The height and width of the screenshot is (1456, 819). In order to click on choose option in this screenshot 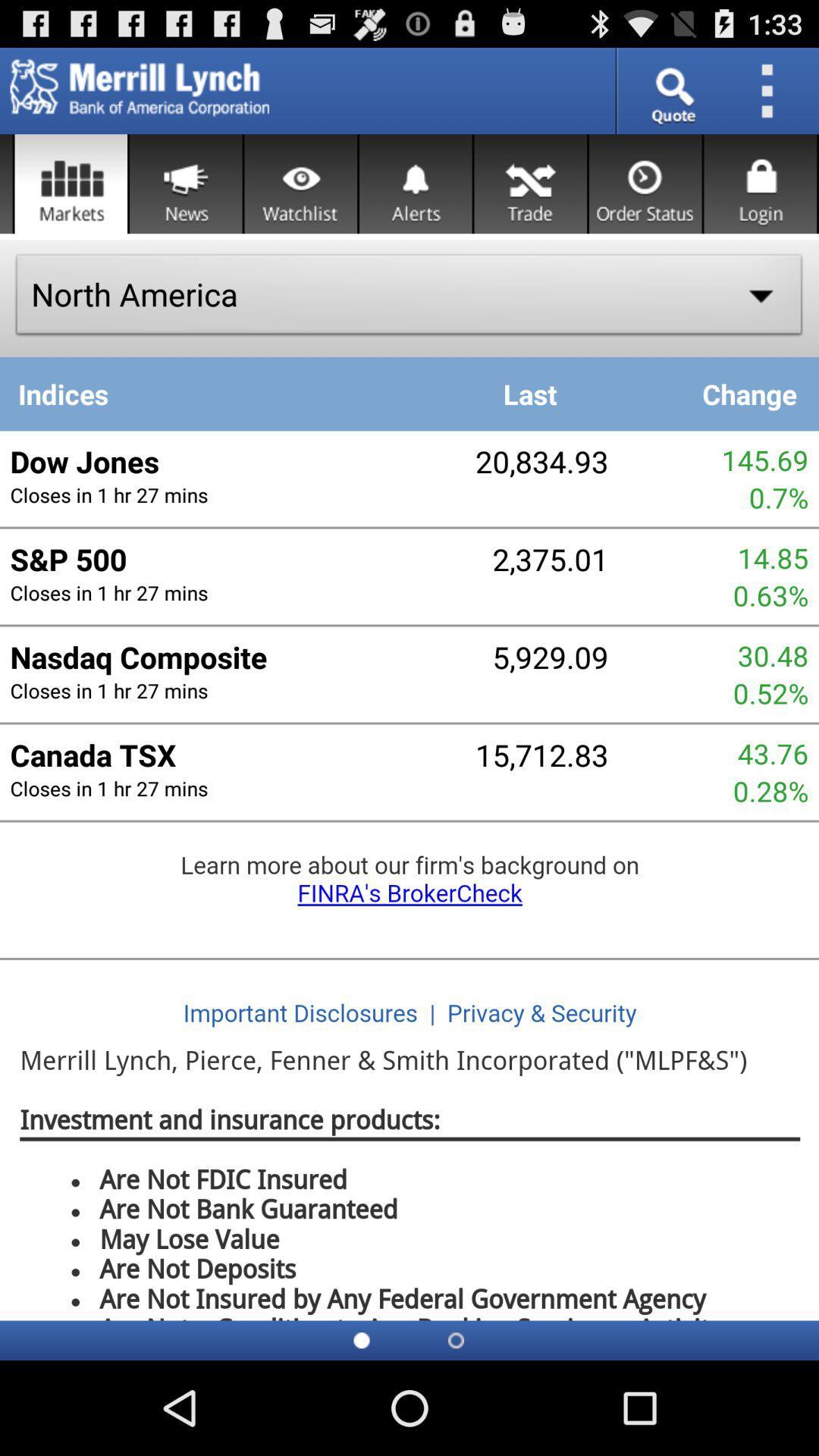, I will do `click(71, 183)`.